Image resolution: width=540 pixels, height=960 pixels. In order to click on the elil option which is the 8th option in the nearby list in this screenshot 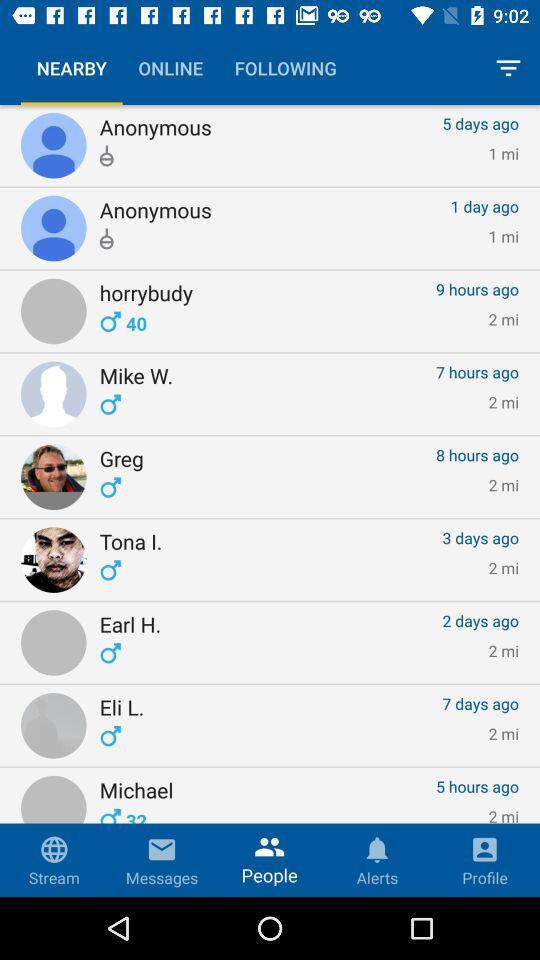, I will do `click(54, 724)`.